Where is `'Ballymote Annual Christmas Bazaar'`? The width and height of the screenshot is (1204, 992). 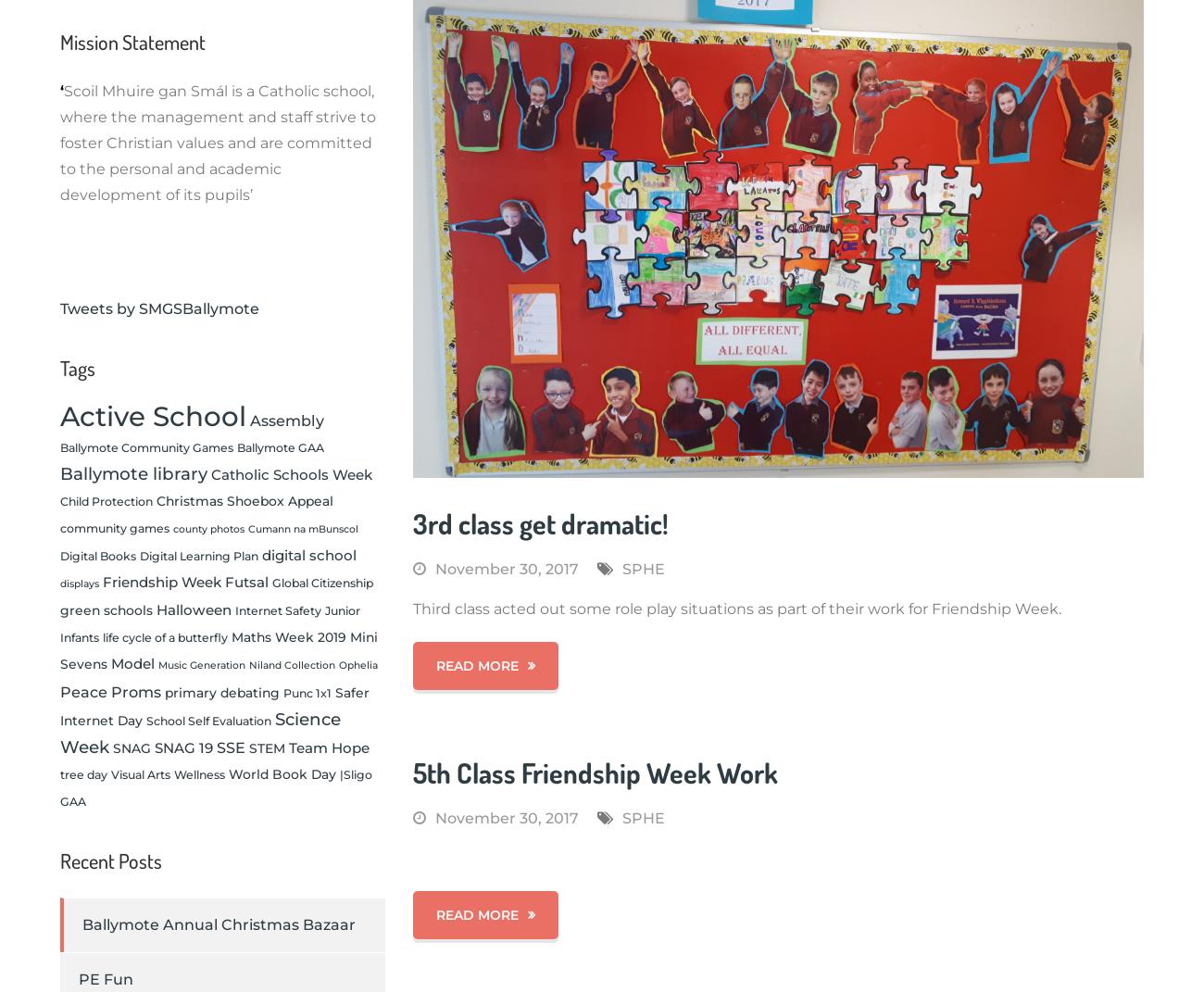 'Ballymote Annual Christmas Bazaar' is located at coordinates (218, 923).